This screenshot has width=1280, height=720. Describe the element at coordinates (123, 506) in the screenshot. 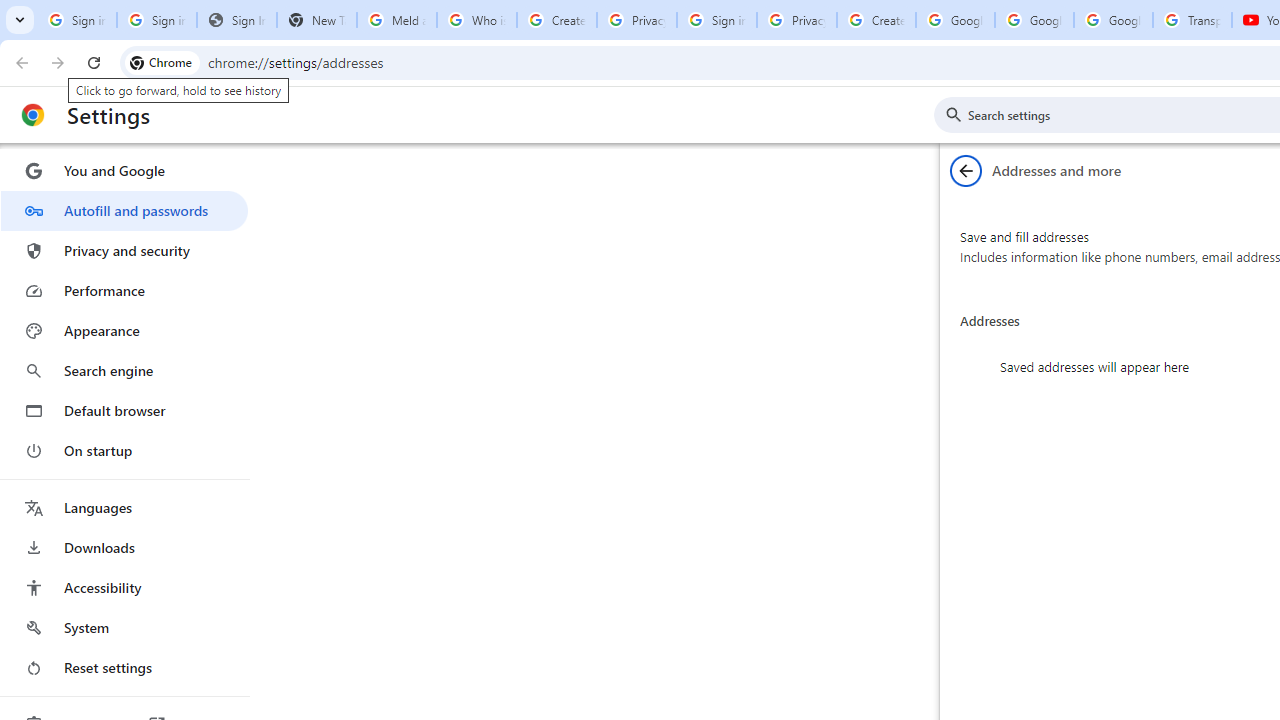

I see `'Languages'` at that location.